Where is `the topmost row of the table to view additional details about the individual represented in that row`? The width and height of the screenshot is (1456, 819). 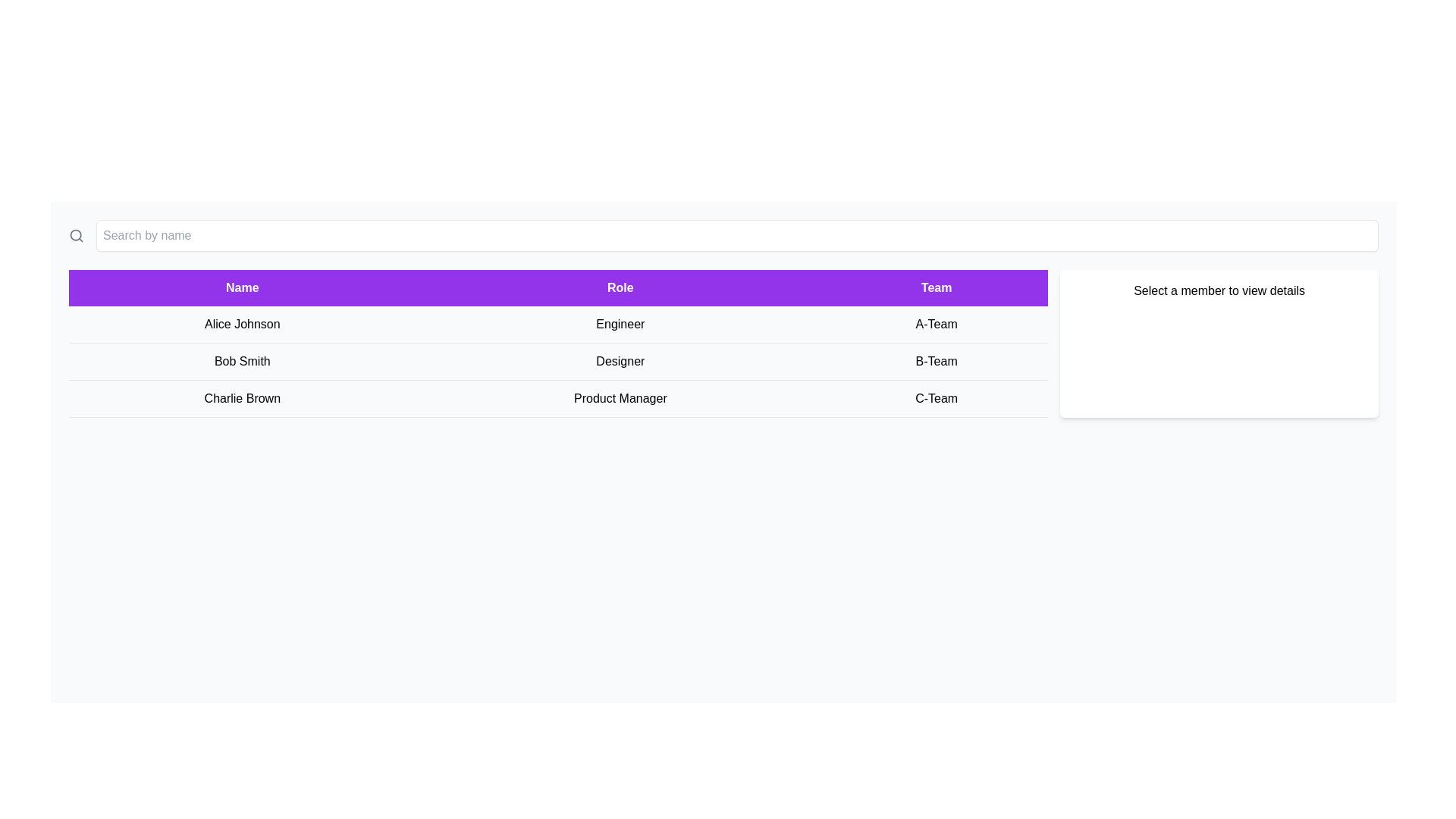 the topmost row of the table to view additional details about the individual represented in that row is located at coordinates (557, 324).